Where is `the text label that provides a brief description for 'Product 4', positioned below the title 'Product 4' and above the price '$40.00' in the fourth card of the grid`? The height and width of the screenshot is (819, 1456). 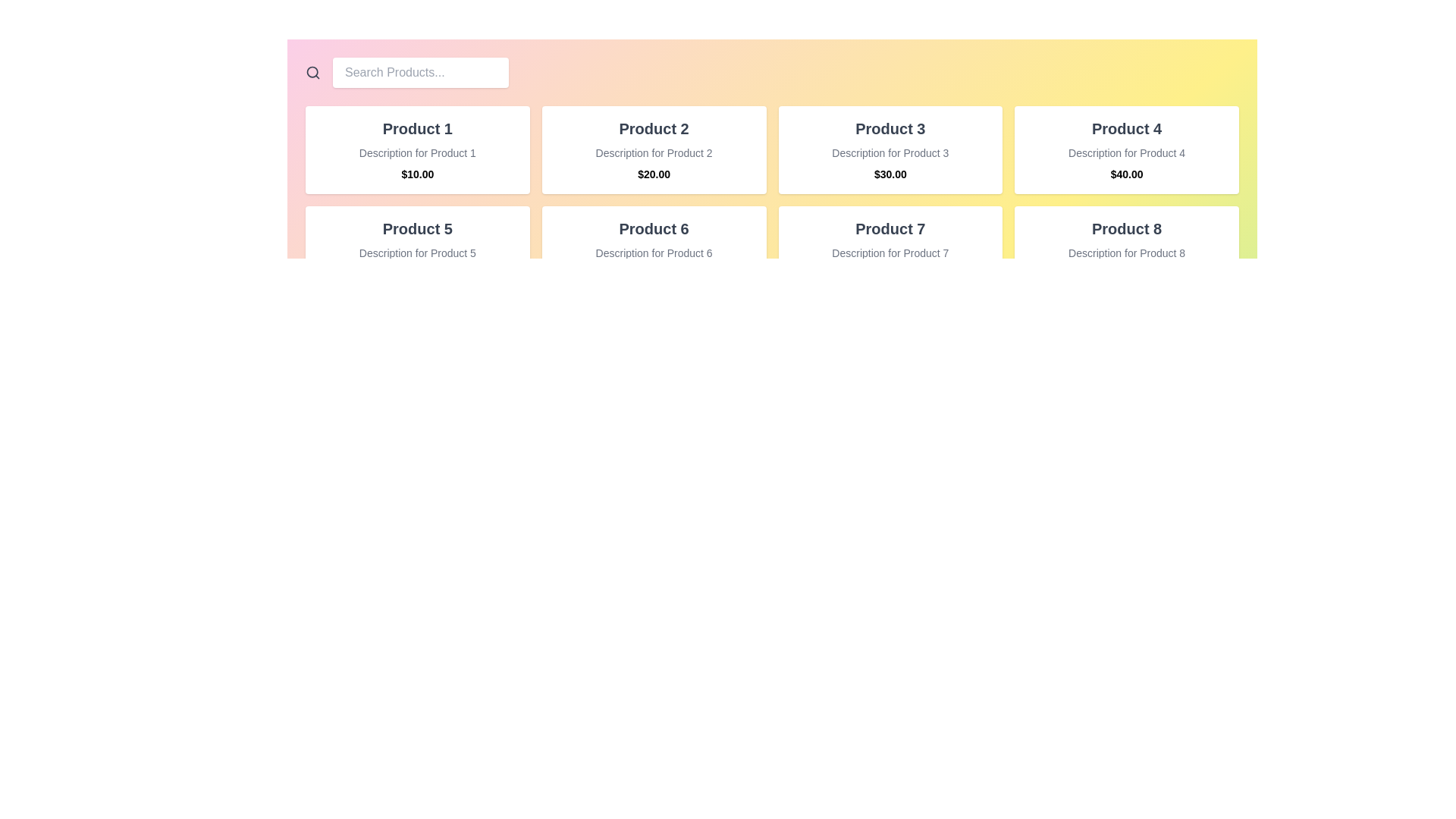 the text label that provides a brief description for 'Product 4', positioned below the title 'Product 4' and above the price '$40.00' in the fourth card of the grid is located at coordinates (1127, 152).